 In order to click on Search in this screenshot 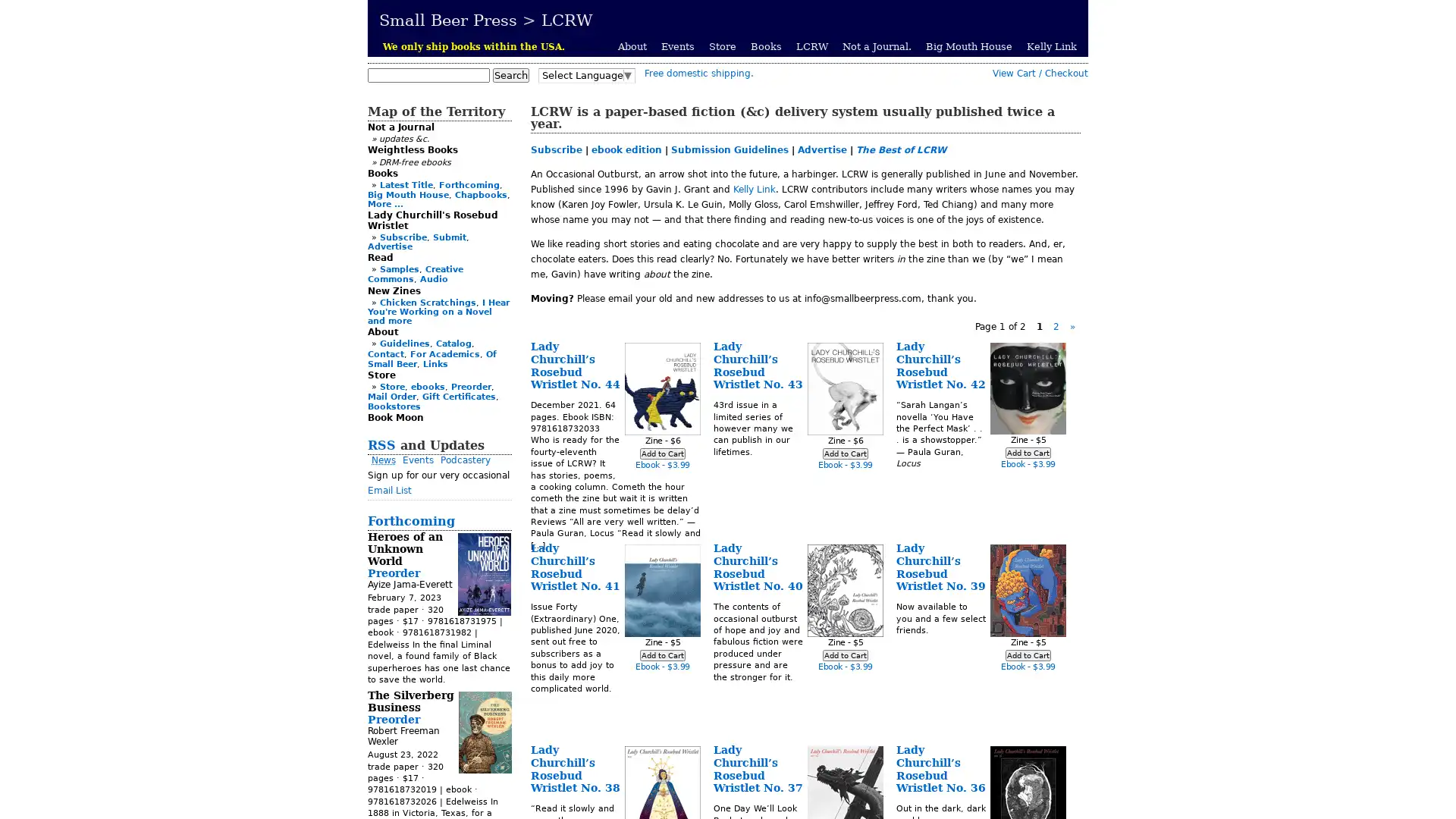, I will do `click(510, 75)`.